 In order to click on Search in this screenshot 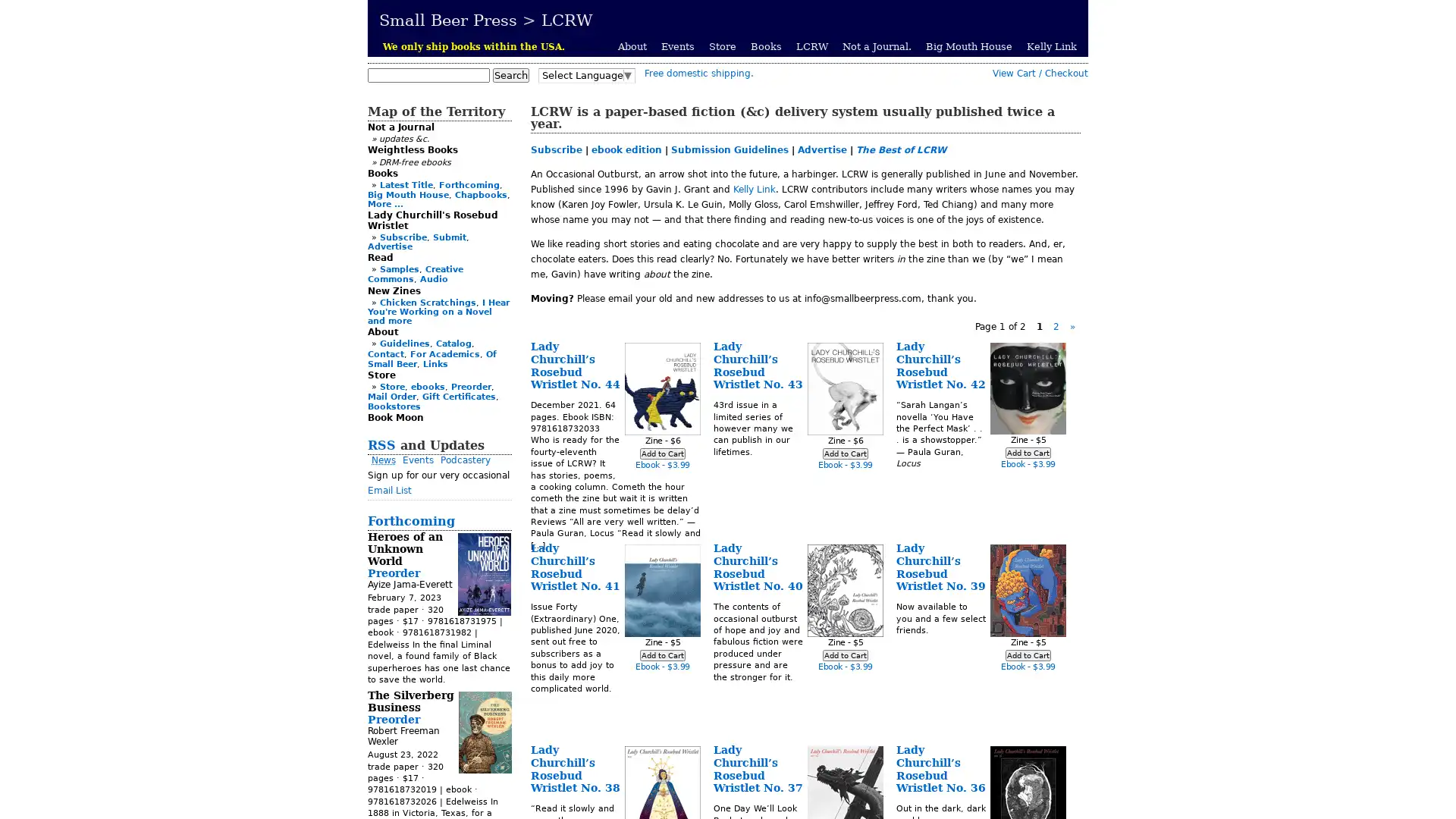, I will do `click(510, 75)`.